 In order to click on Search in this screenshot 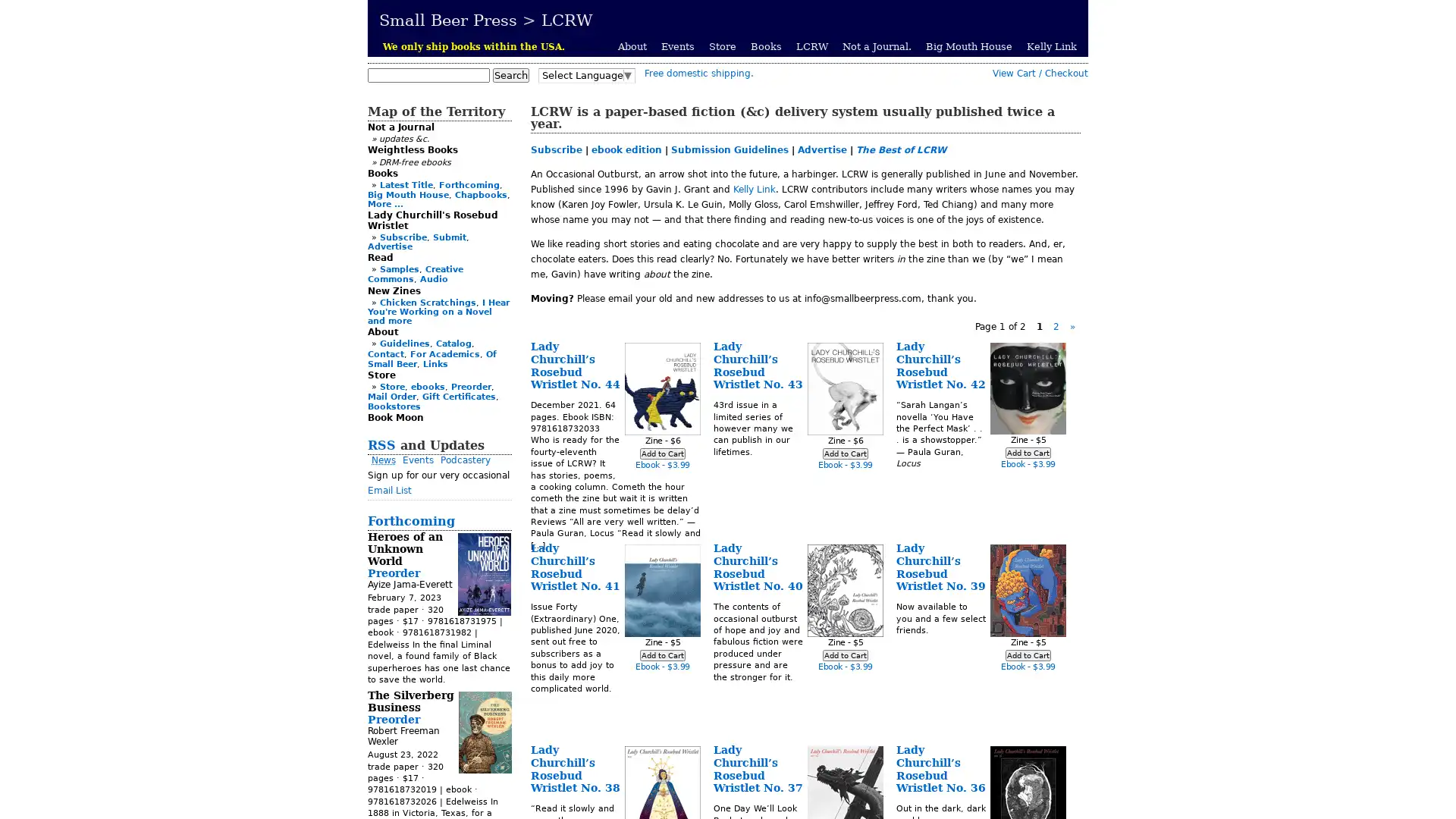, I will do `click(510, 75)`.